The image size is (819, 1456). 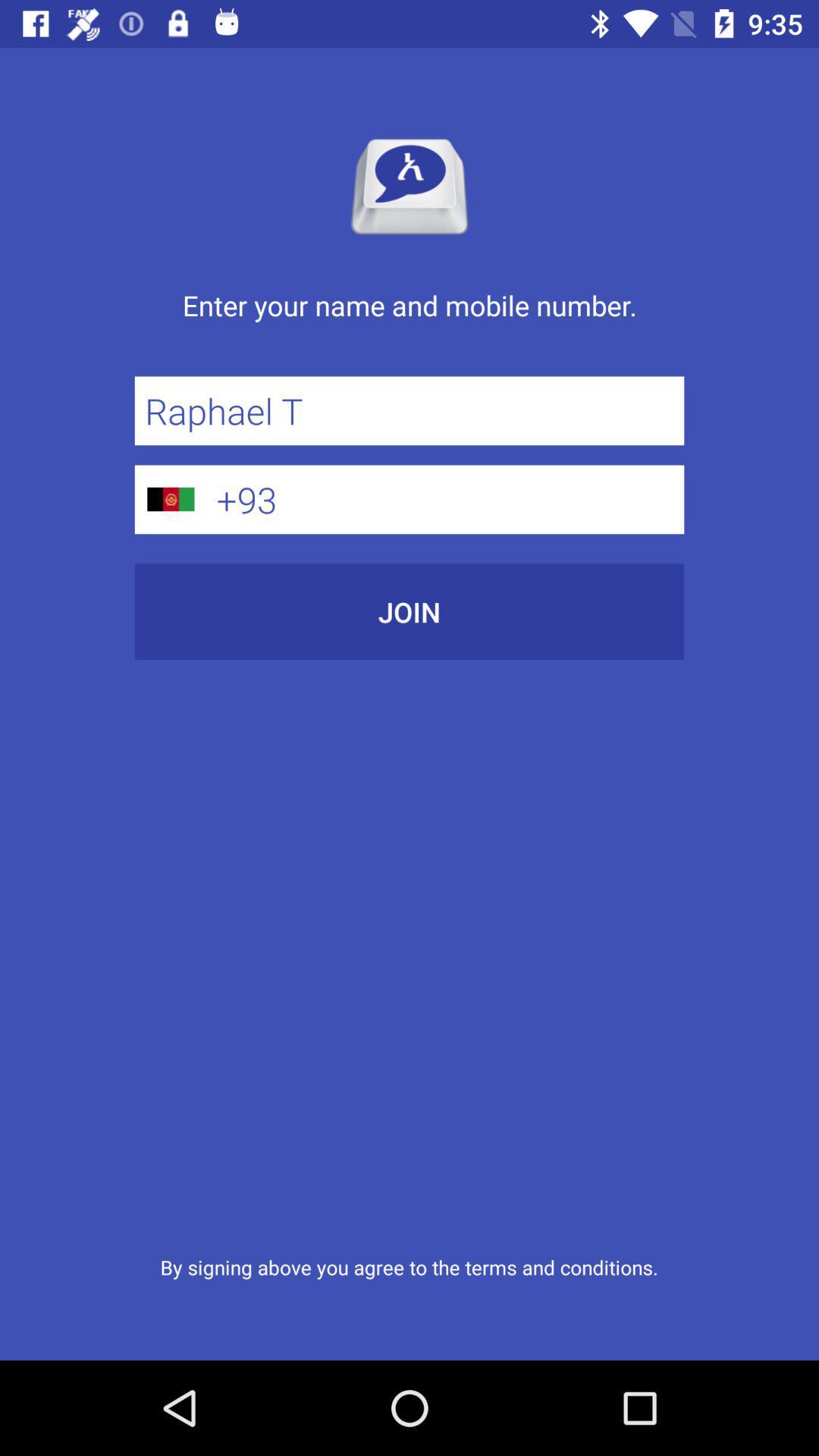 What do you see at coordinates (444, 499) in the screenshot?
I see `icon below the raphael t icon` at bounding box center [444, 499].